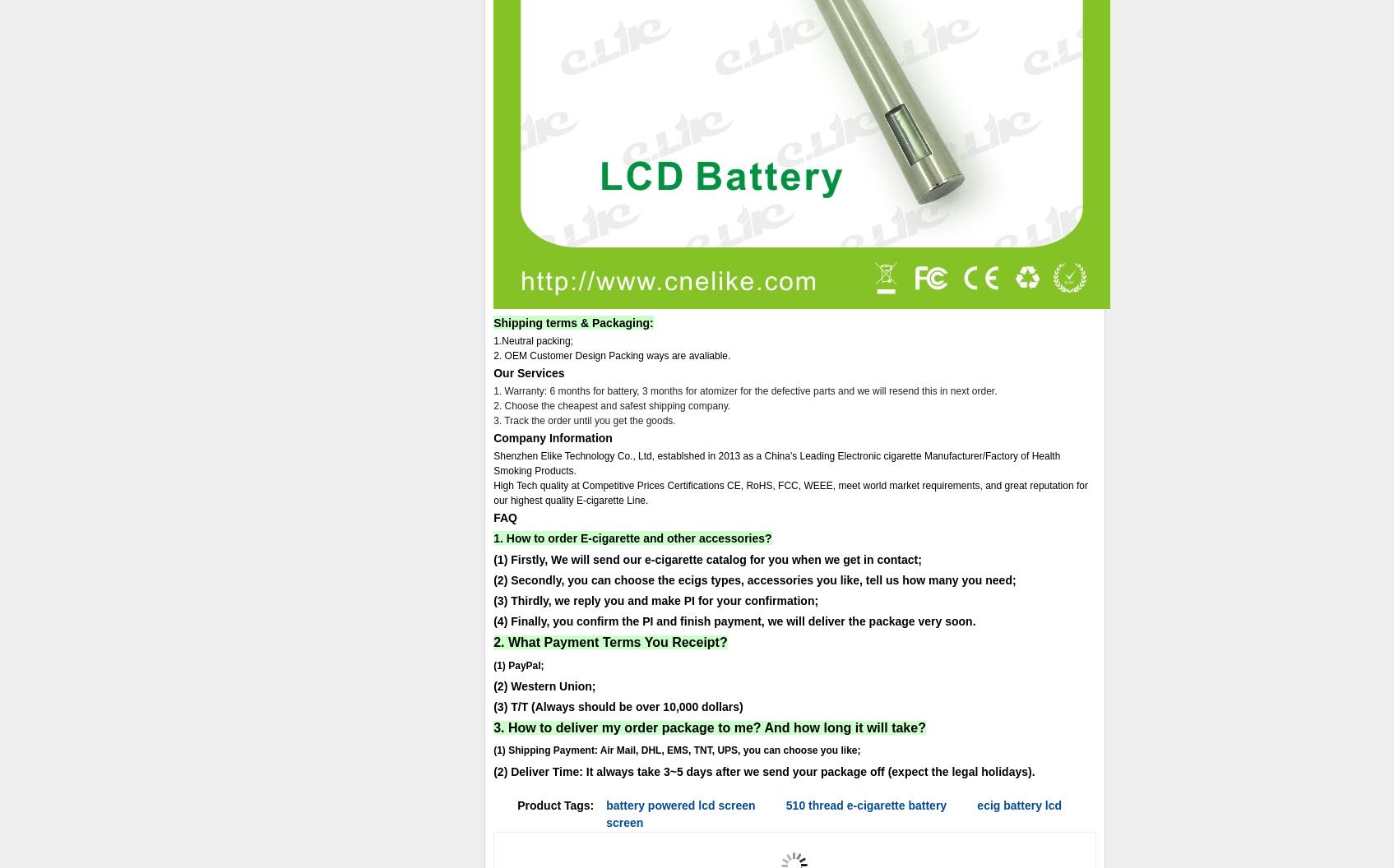  What do you see at coordinates (572, 321) in the screenshot?
I see `'Shipping terms & Packaging:'` at bounding box center [572, 321].